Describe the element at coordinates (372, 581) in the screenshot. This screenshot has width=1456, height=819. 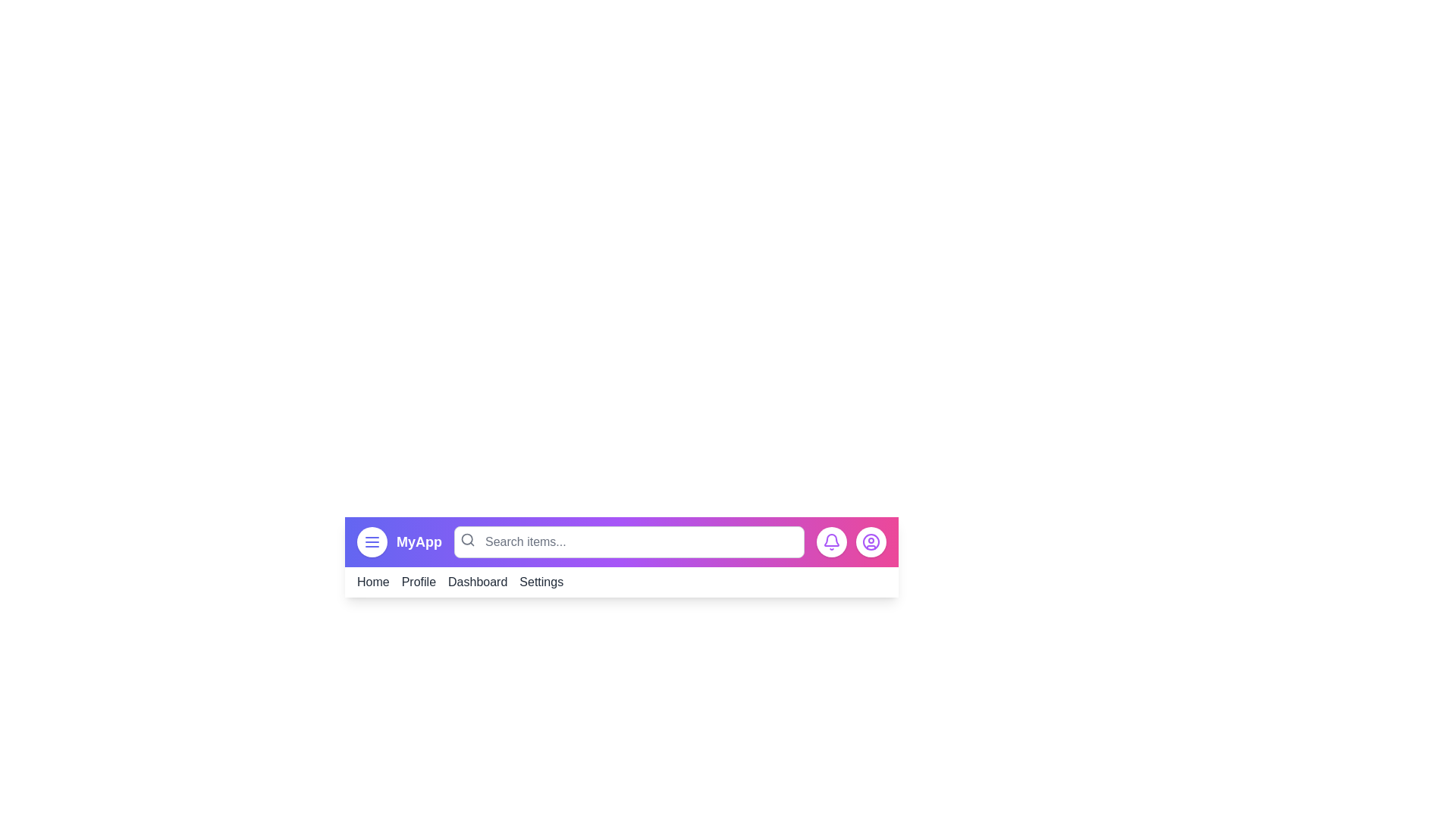
I see `the navigation menu item Home` at that location.